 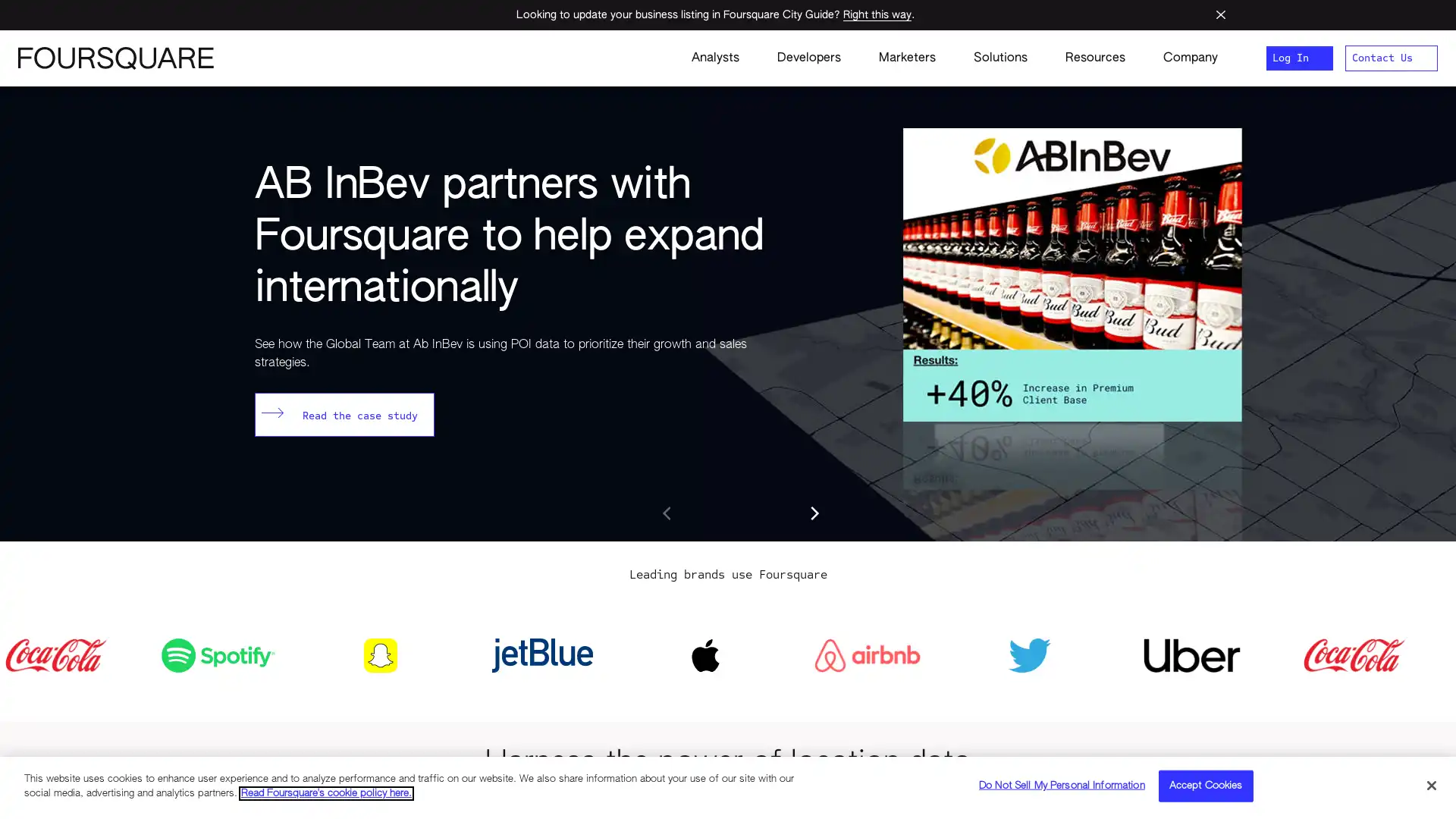 What do you see at coordinates (813, 513) in the screenshot?
I see `Next` at bounding box center [813, 513].